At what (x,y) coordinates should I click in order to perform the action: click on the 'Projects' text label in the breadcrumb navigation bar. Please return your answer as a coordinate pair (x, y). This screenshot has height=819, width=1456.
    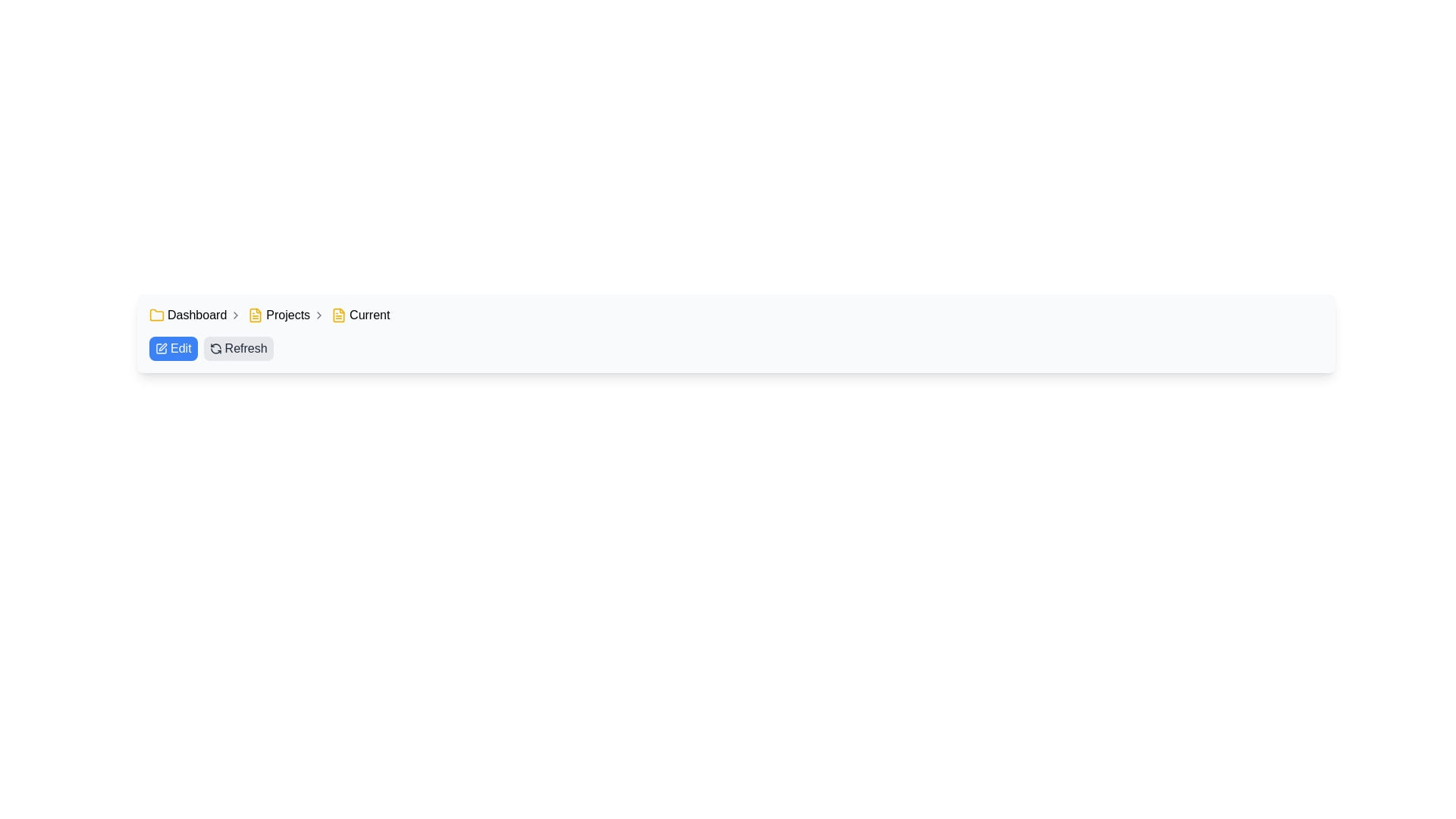
    Looking at the image, I should click on (288, 315).